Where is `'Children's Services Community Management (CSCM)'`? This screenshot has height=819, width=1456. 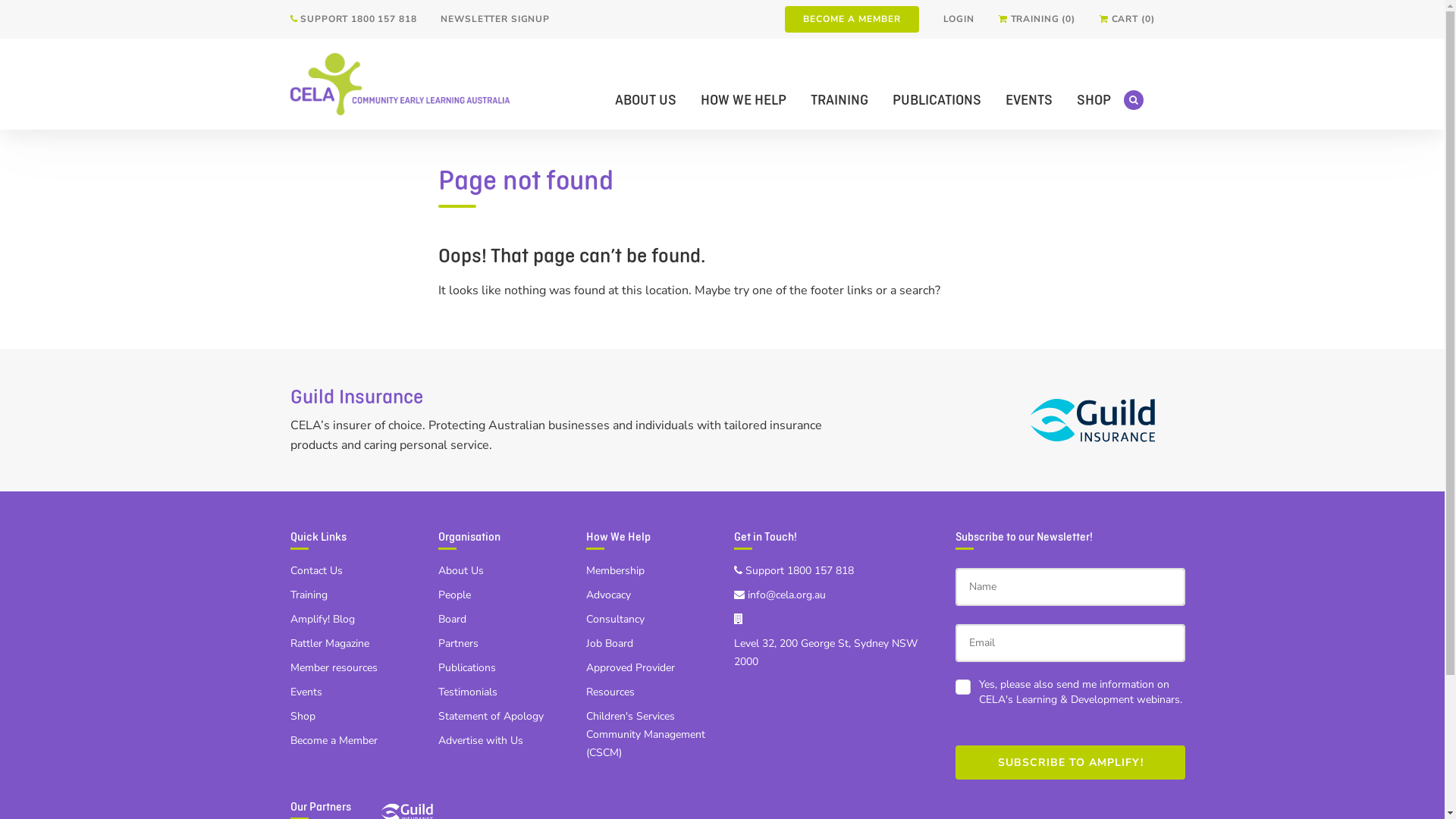
'Children's Services Community Management (CSCM)' is located at coordinates (645, 733).